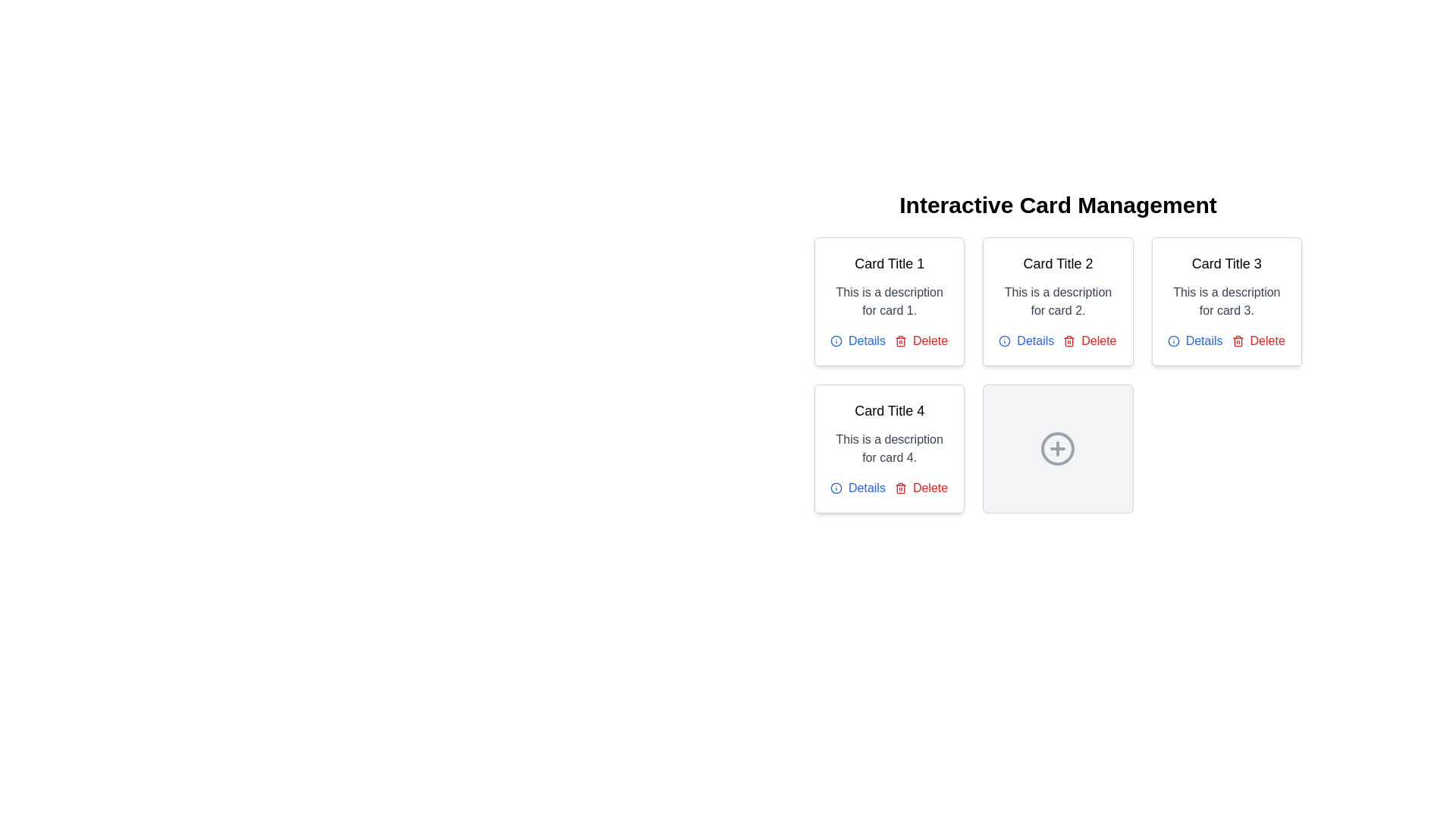 Image resolution: width=1456 pixels, height=819 pixels. Describe the element at coordinates (900, 488) in the screenshot. I see `the trash can icon located at the bottom right corner of 'Card Title 4'` at that location.